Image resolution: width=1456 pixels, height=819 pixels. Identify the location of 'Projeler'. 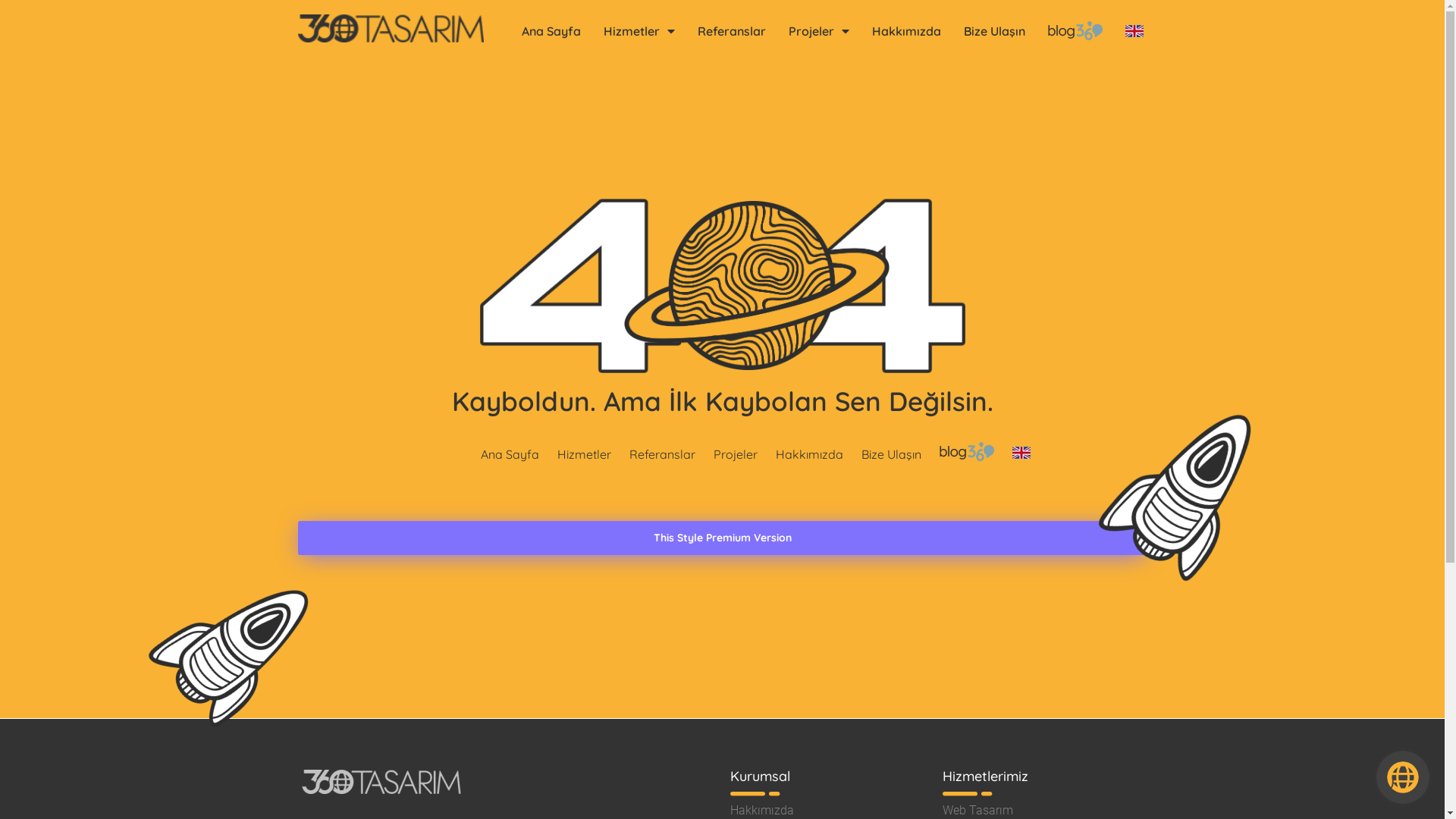
(817, 30).